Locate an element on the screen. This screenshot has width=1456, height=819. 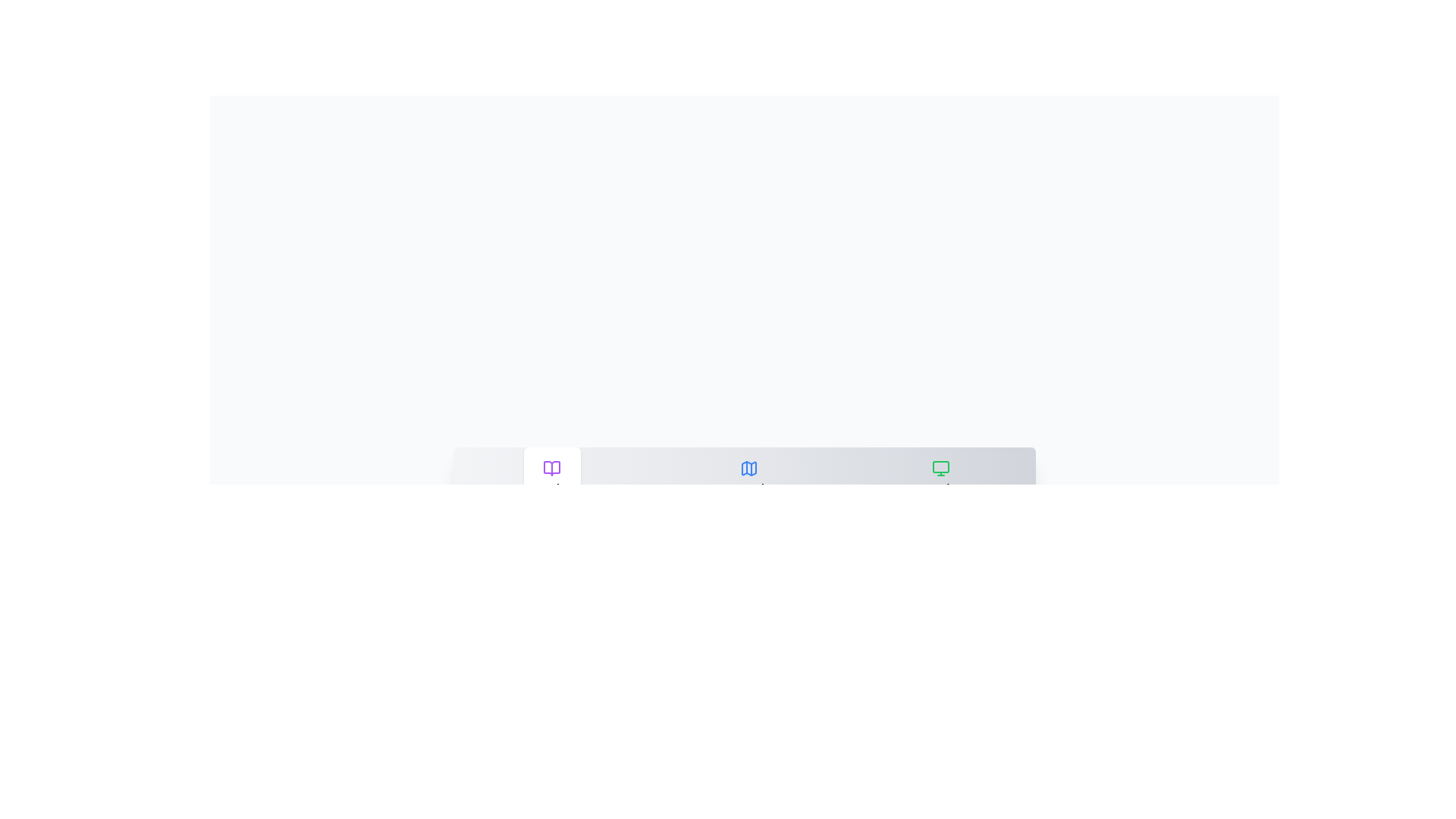
the tab labeled Tech is located at coordinates (940, 476).